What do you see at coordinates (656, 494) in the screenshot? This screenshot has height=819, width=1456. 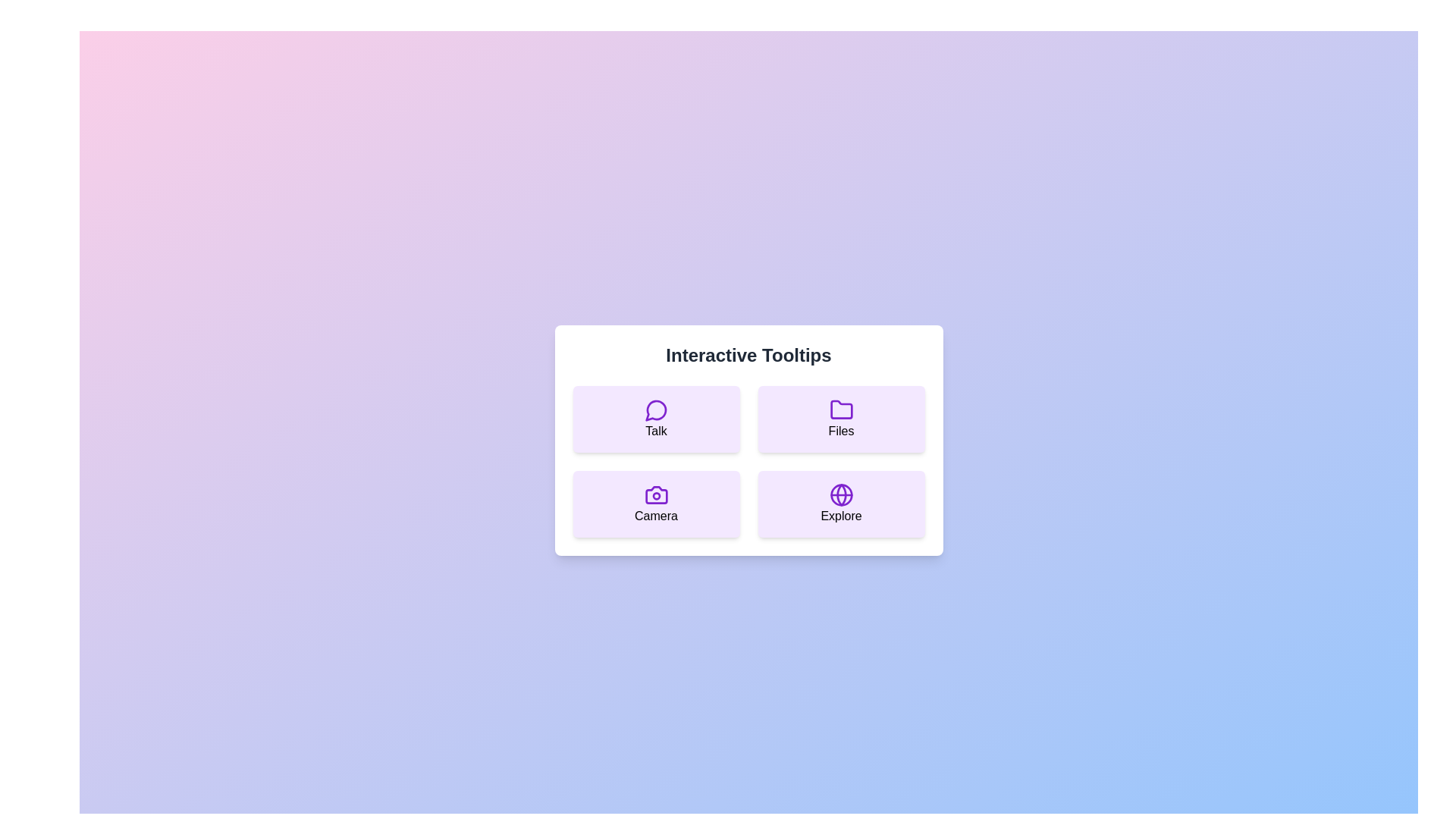 I see `the camera icon in the bottom-left quadrant of the grid` at bounding box center [656, 494].